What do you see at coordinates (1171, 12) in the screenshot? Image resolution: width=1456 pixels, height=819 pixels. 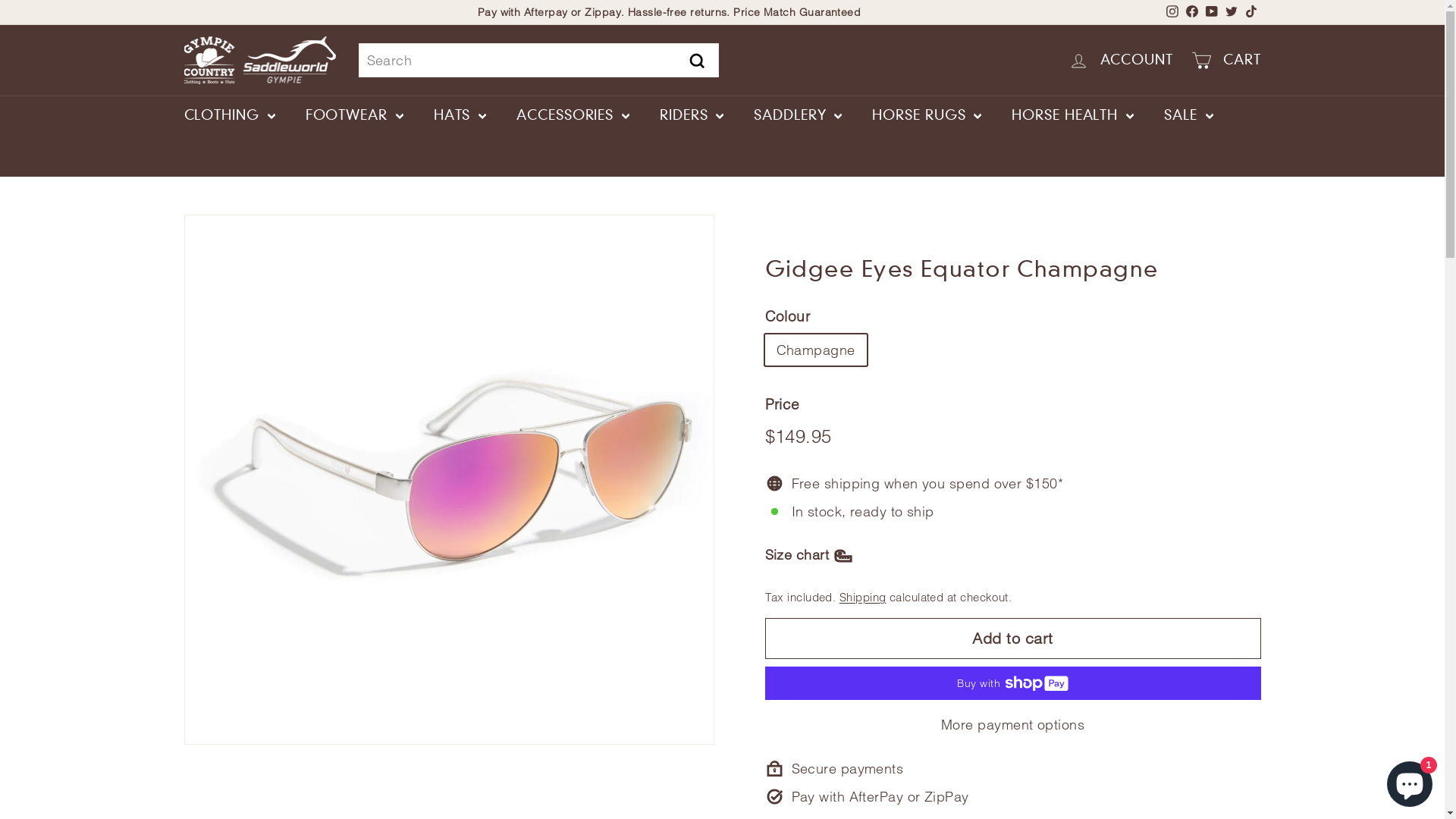 I see `'instagram` at bounding box center [1171, 12].